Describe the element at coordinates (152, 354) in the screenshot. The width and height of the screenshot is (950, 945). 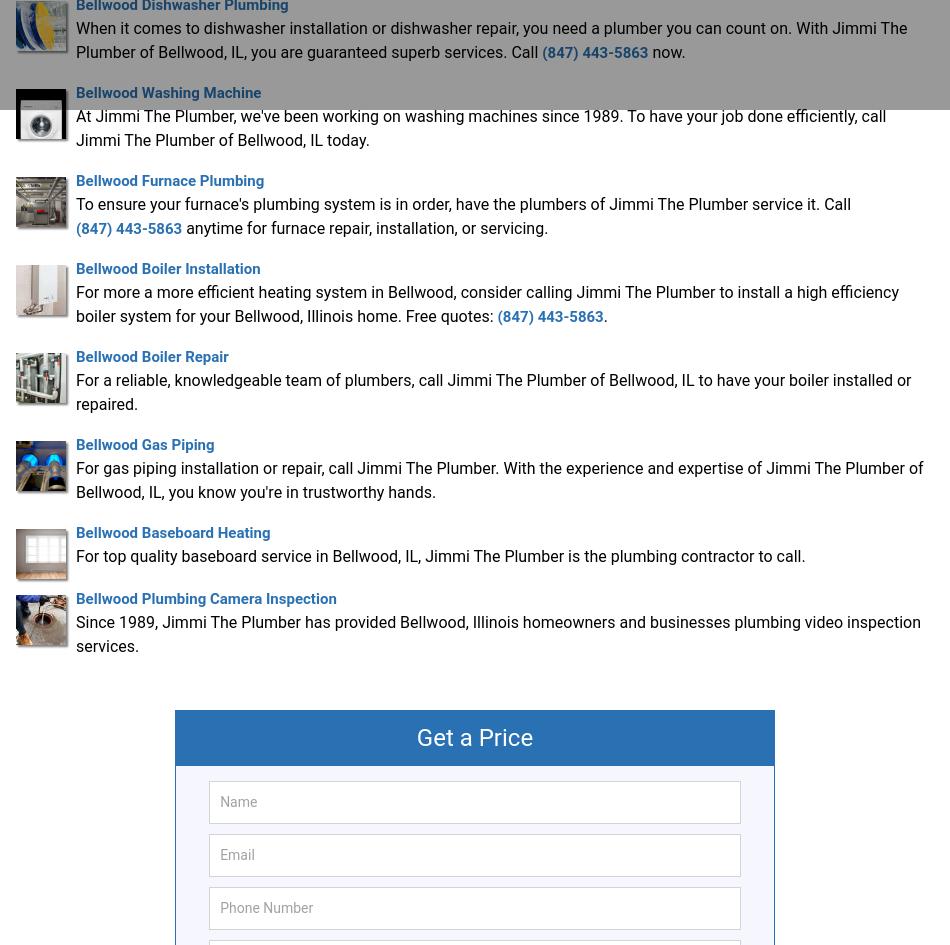
I see `'Bellwood Boiler Repair'` at that location.